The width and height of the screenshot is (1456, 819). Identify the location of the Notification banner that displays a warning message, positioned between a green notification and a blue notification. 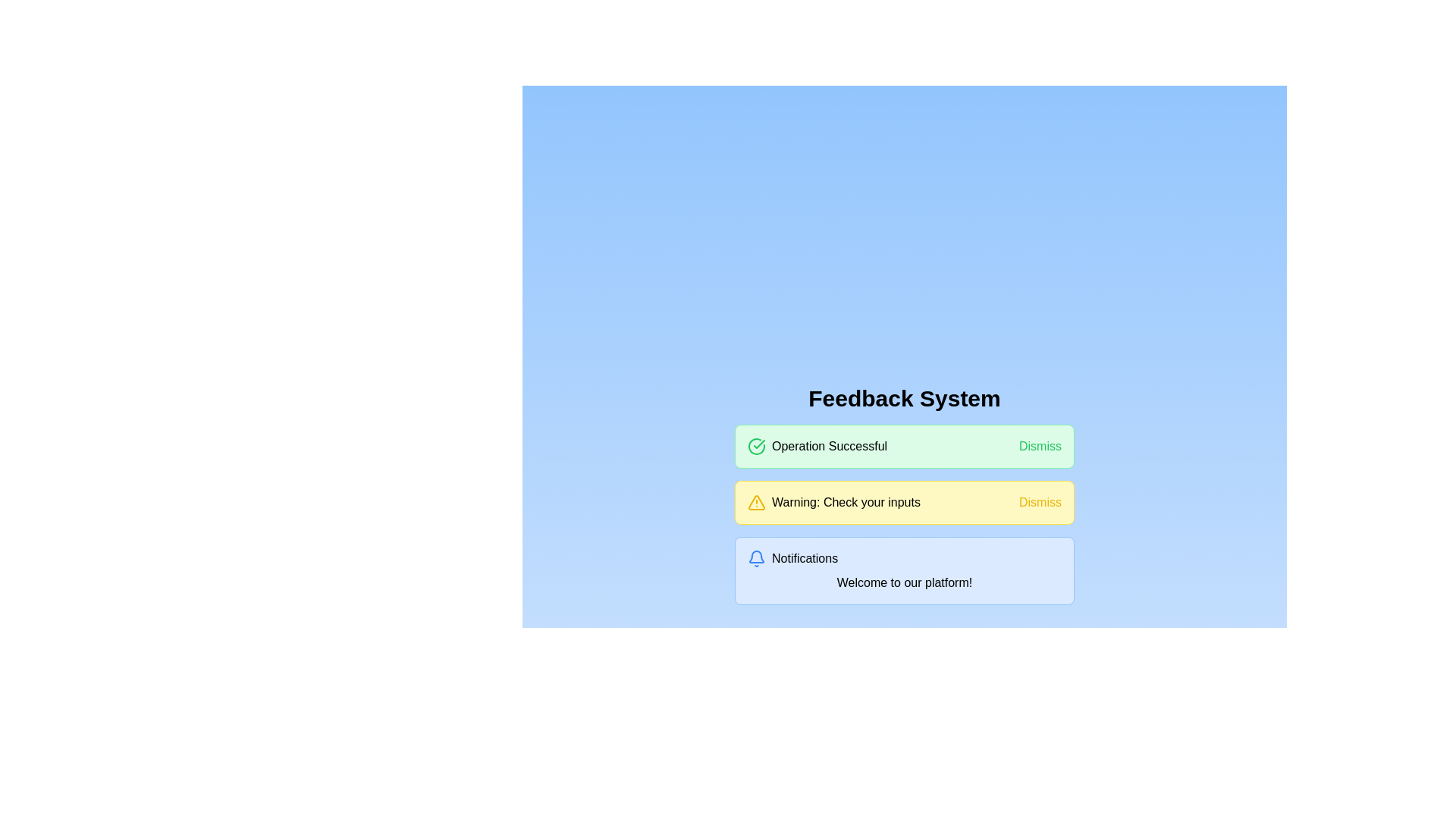
(905, 503).